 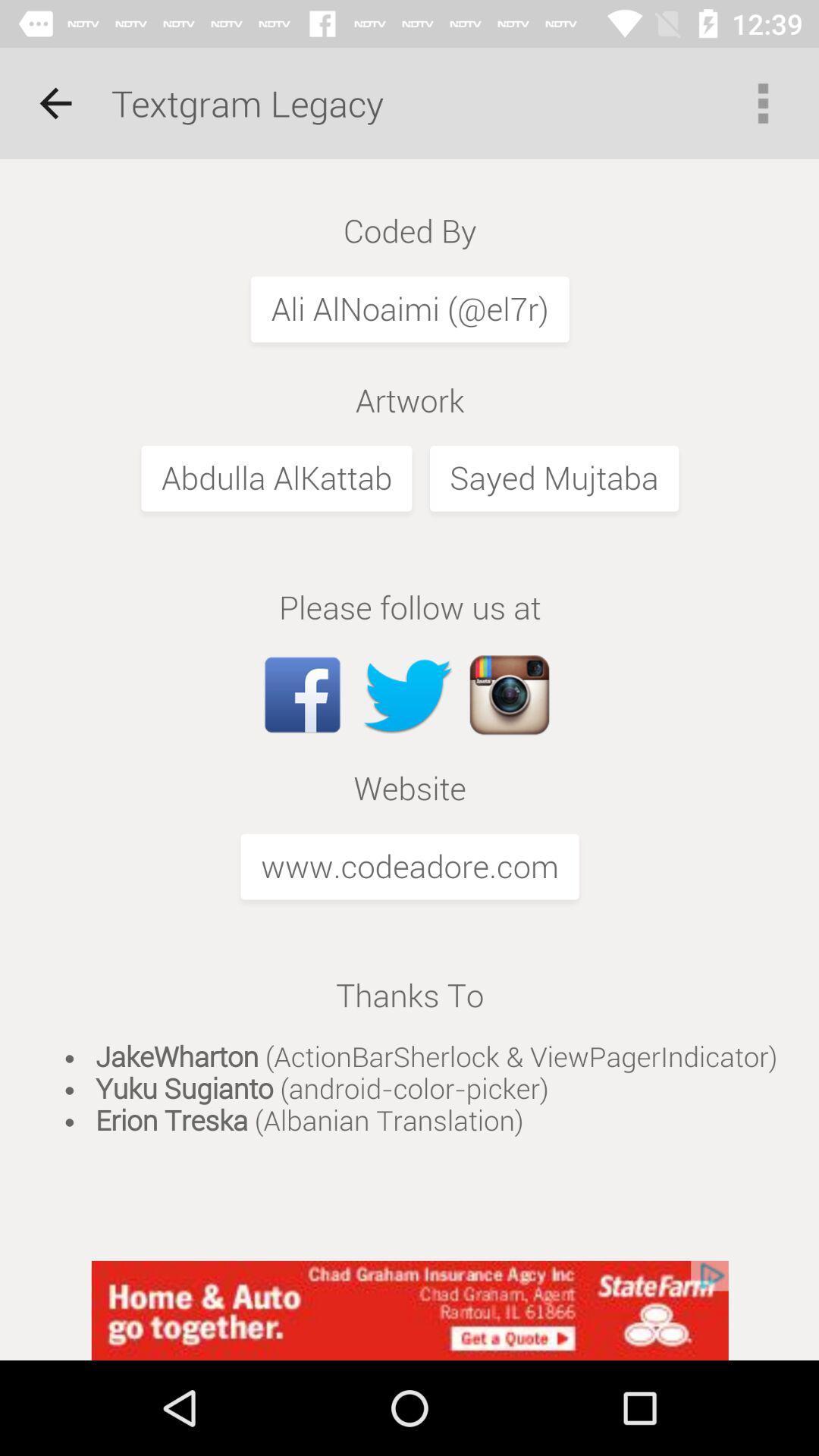 I want to click on scroll website, so click(x=409, y=709).